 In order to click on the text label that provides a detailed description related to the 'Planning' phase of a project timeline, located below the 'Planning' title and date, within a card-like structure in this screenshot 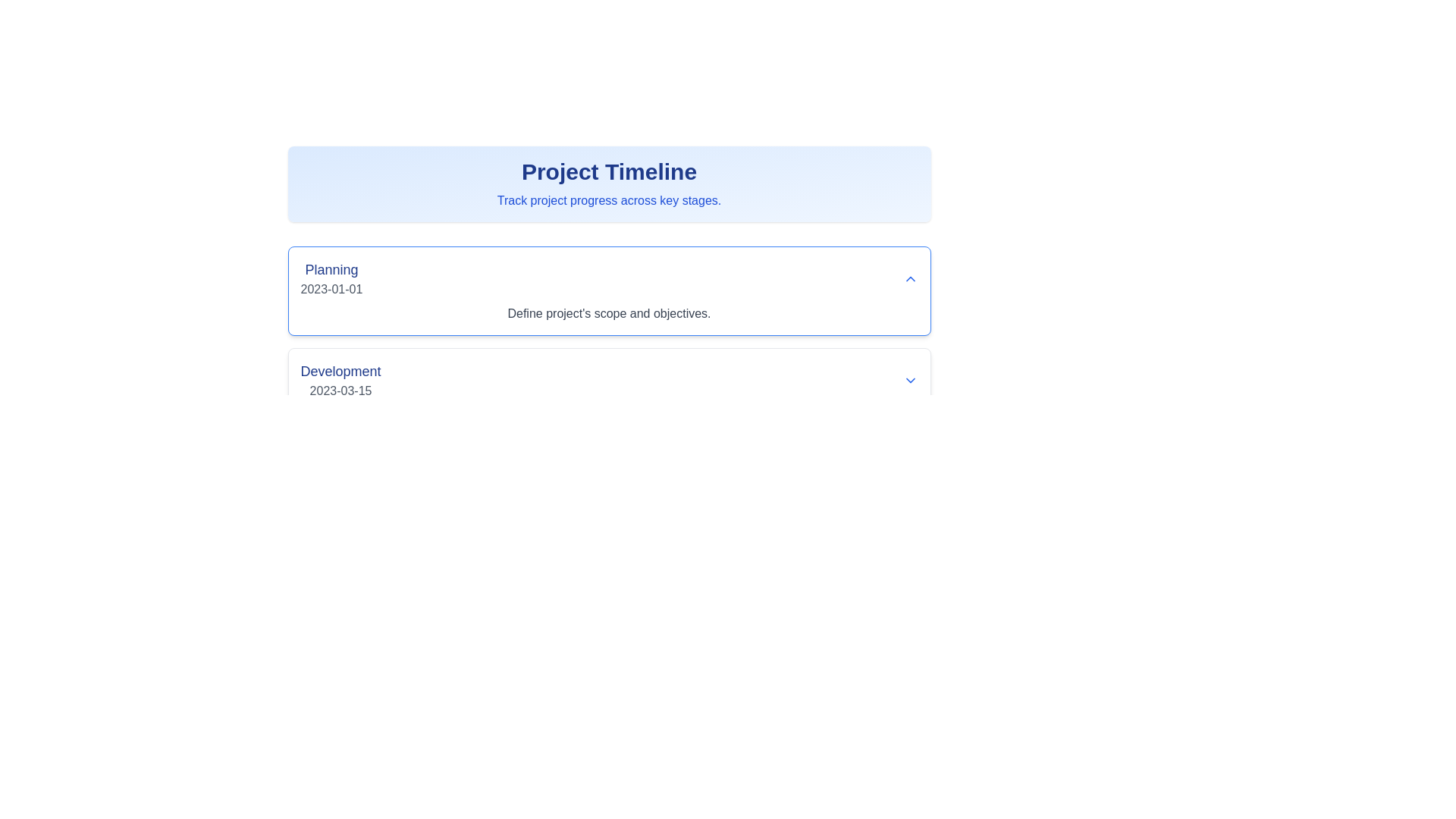, I will do `click(609, 312)`.